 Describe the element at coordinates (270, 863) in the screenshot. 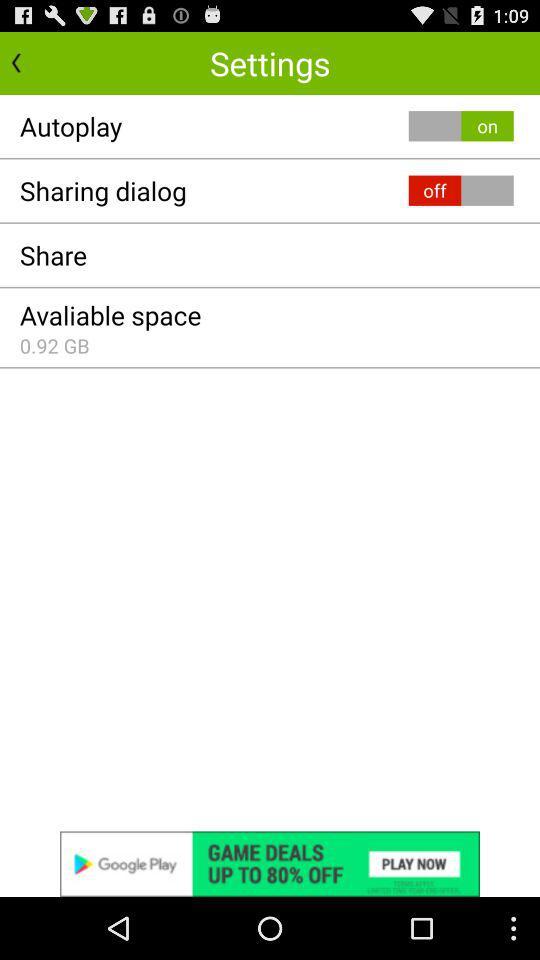

I see `google play store` at that location.